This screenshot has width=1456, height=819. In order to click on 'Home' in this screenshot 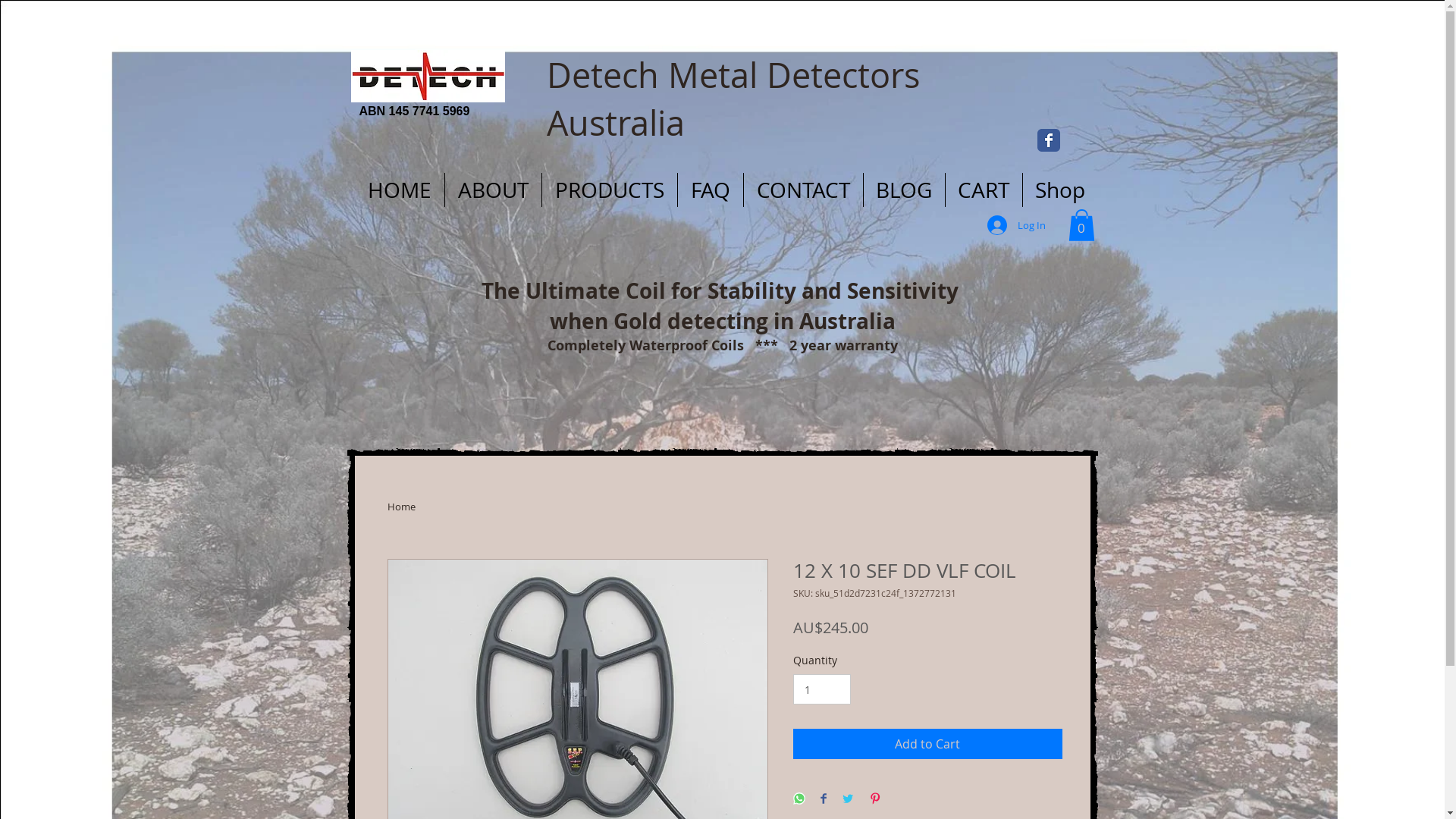, I will do `click(400, 506)`.